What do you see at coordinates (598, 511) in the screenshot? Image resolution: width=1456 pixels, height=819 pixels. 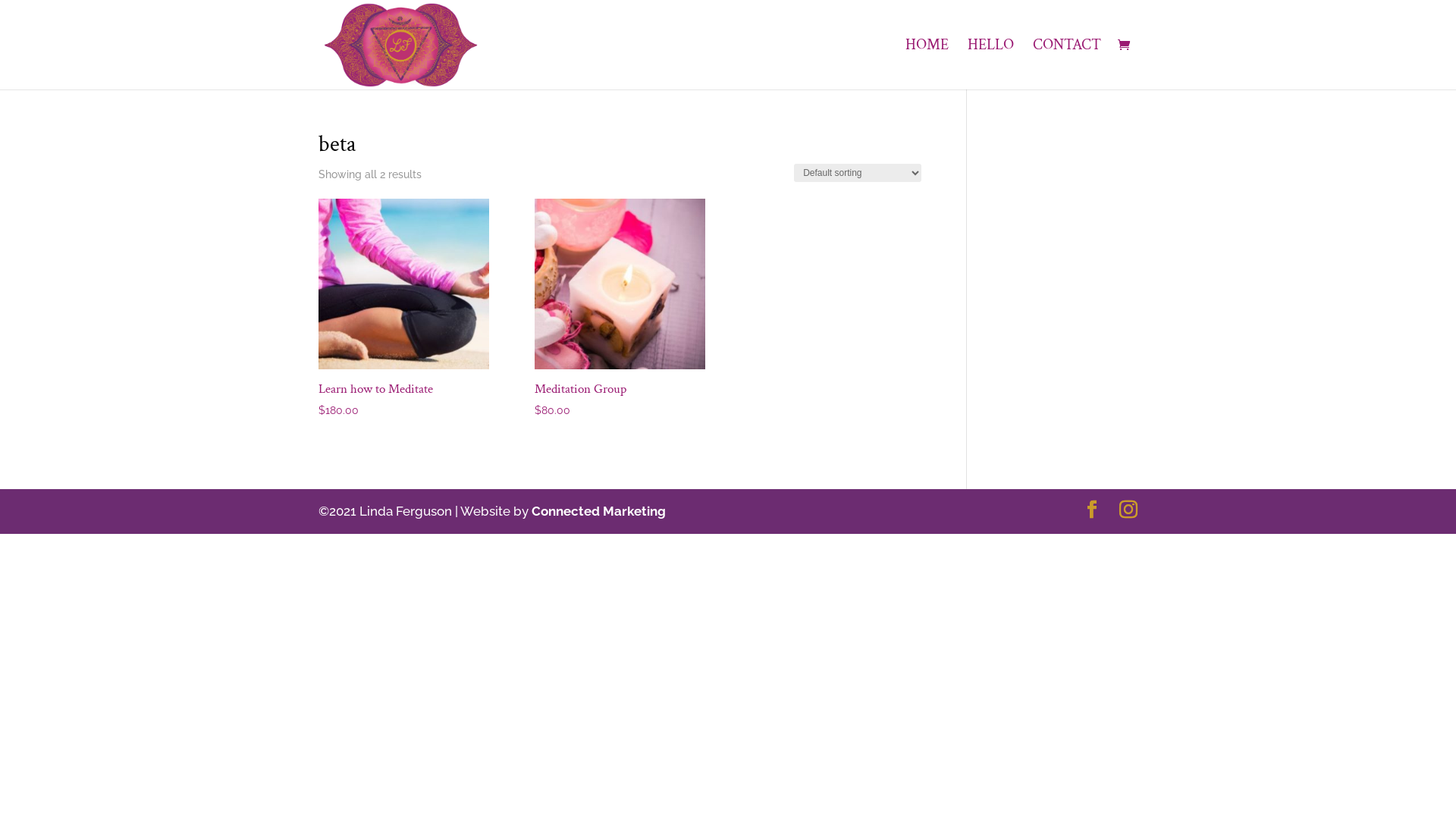 I see `'Connected Marketing'` at bounding box center [598, 511].